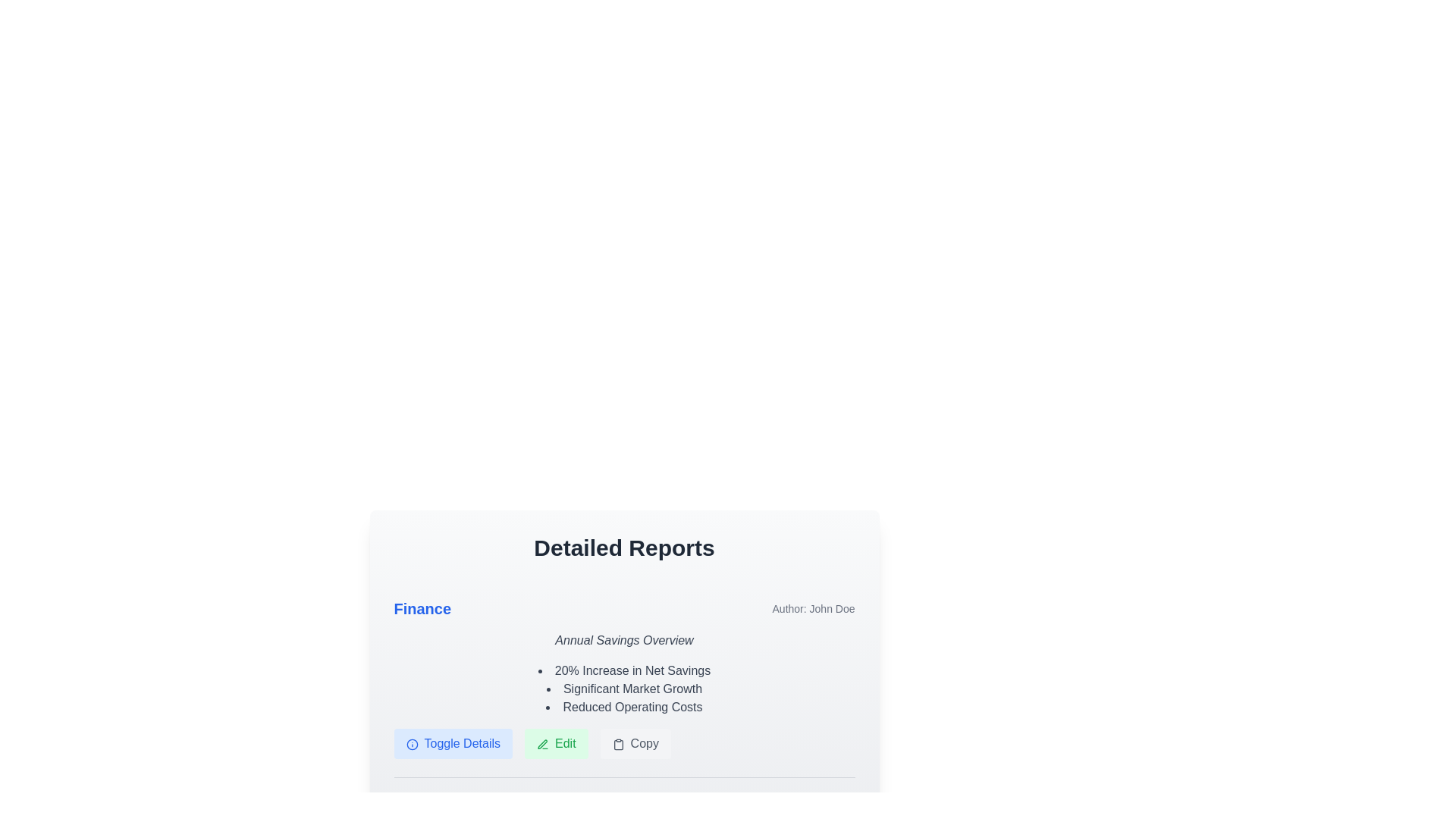 This screenshot has height=819, width=1456. Describe the element at coordinates (635, 742) in the screenshot. I see `the 'Copy' button, which is a rectangular button with rounded corners, light gray background, and a dark gray label, located at the bottom center of the 'Detailed Reports' section` at that location.